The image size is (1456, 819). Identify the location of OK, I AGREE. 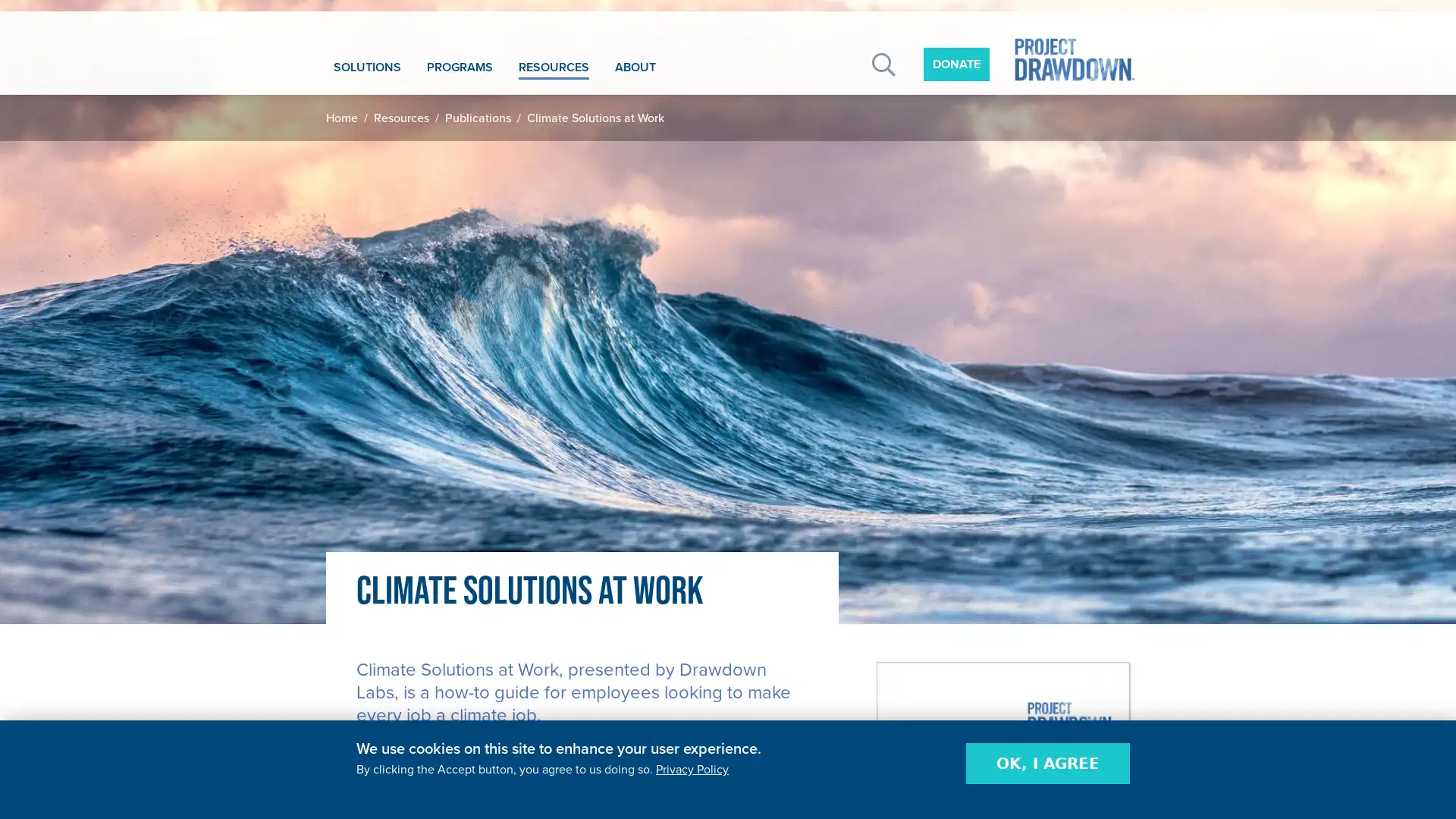
(1047, 763).